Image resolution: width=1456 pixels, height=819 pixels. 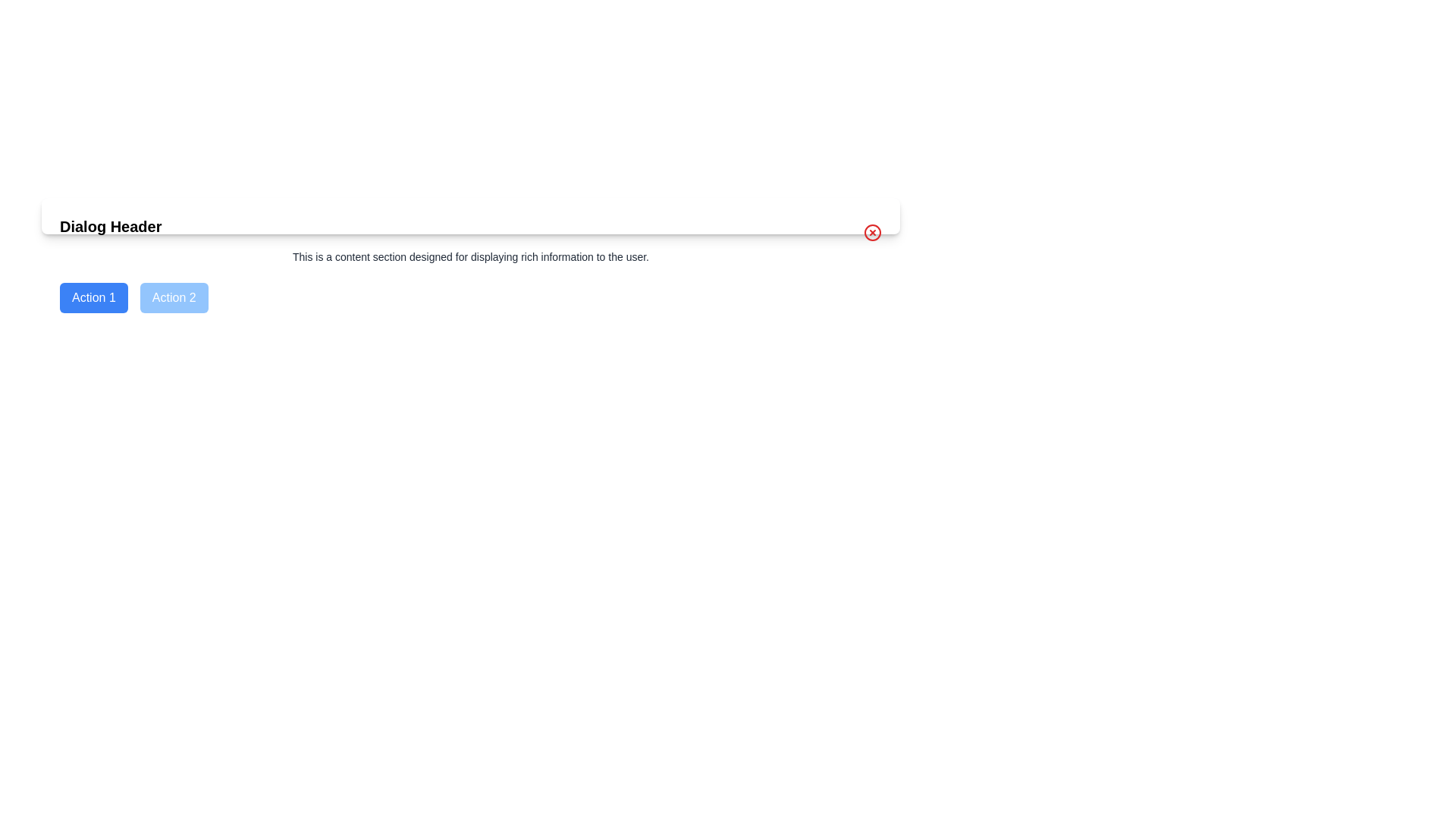 What do you see at coordinates (469, 256) in the screenshot?
I see `the static text display area, which is a single-line text block styled with a smaller font size and gray color, located below the 'Dialog Header' and above the action buttons in the dialog box` at bounding box center [469, 256].